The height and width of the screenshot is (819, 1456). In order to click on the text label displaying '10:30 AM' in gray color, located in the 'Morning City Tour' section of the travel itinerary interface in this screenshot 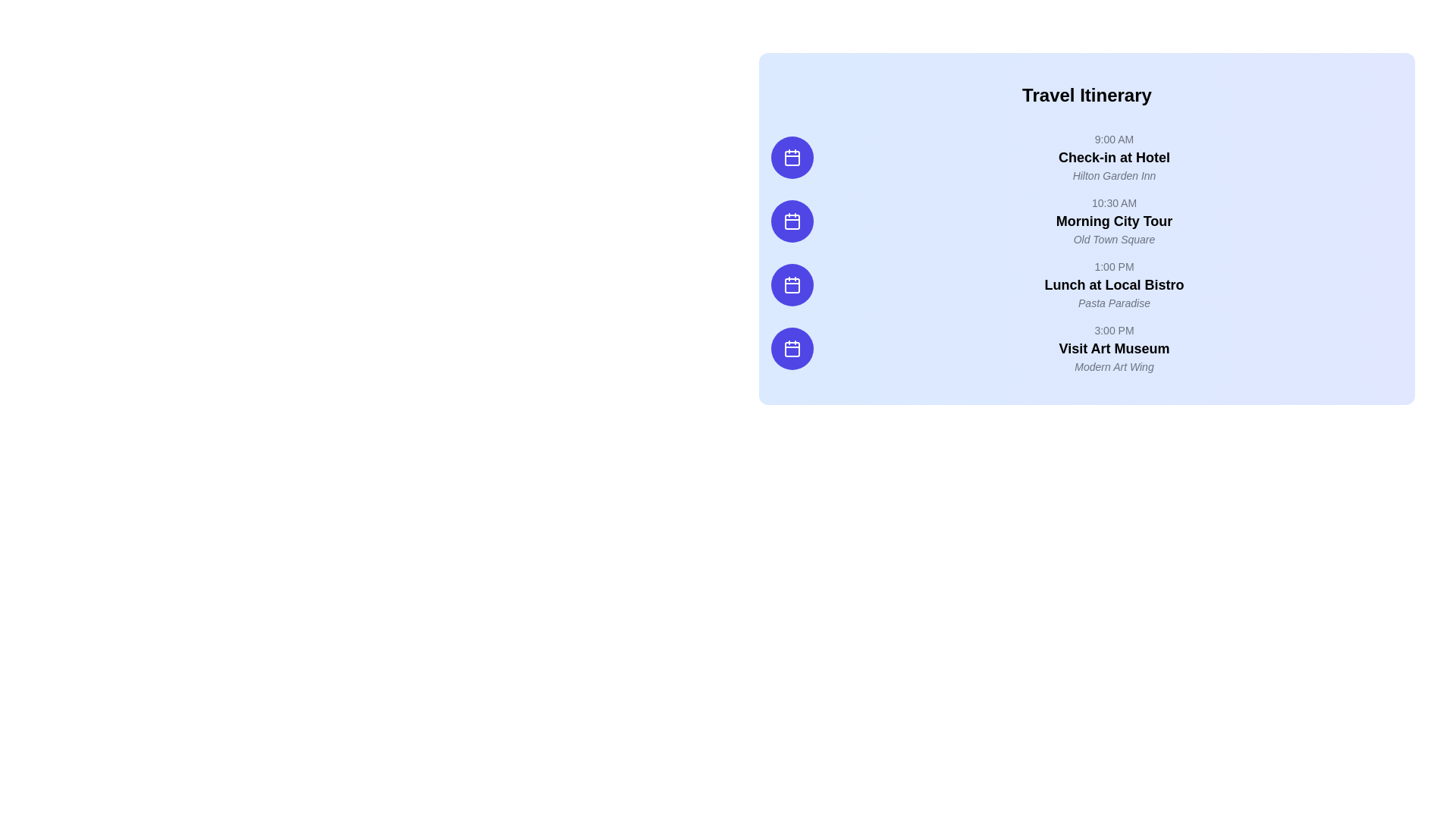, I will do `click(1114, 202)`.